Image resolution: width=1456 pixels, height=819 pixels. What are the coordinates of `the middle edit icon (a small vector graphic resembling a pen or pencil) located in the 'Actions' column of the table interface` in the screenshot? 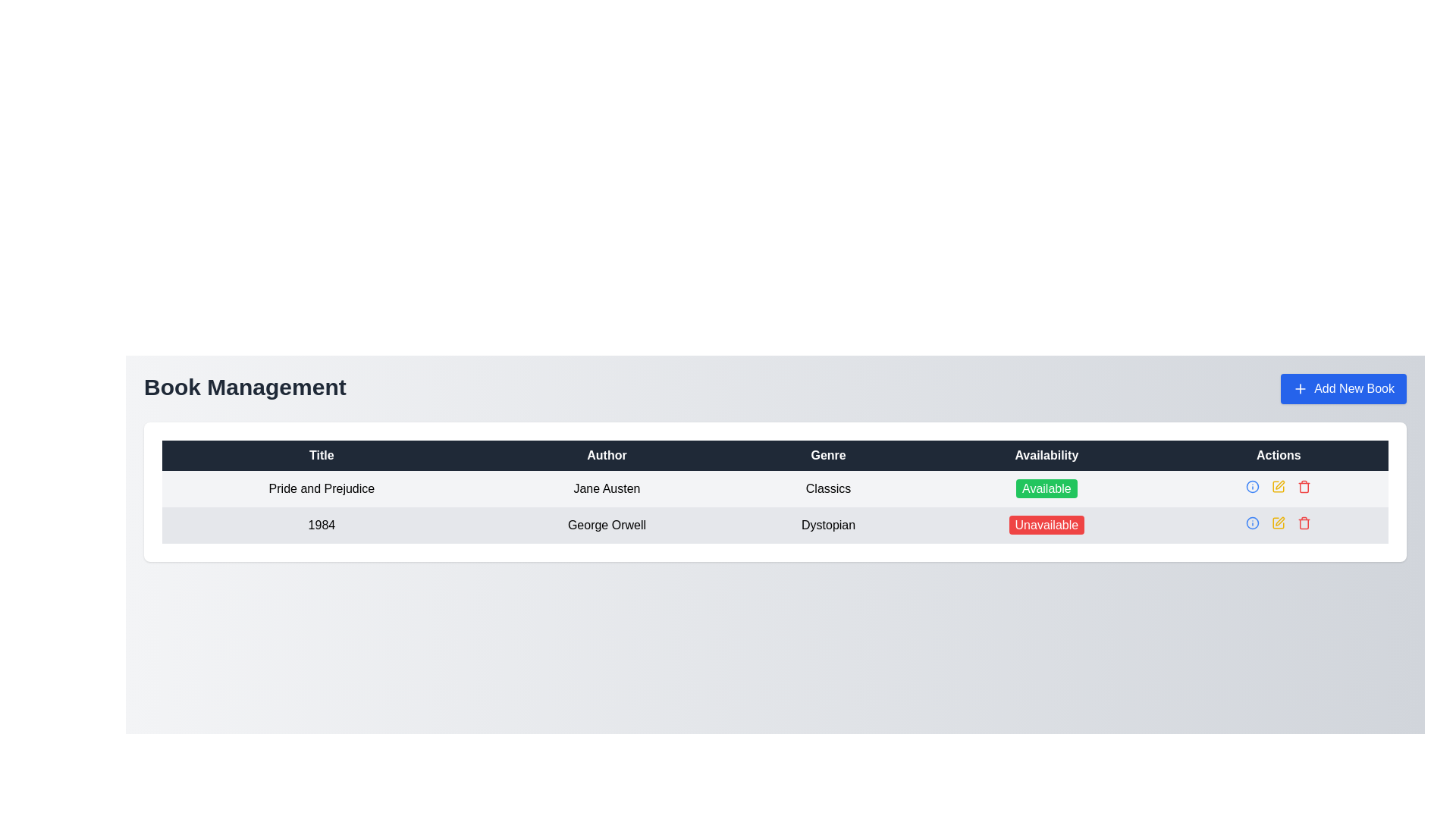 It's located at (1279, 520).